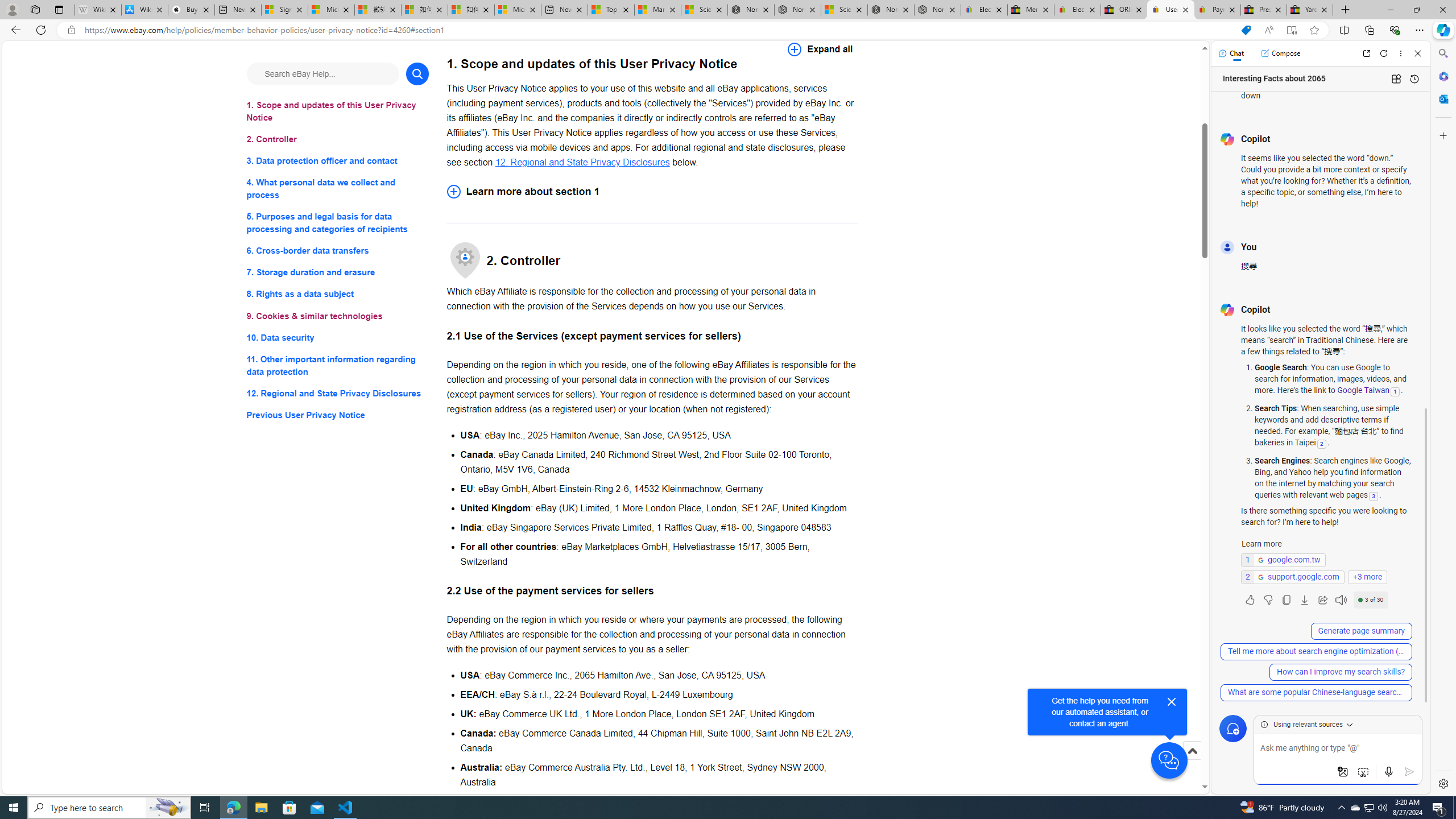 This screenshot has width=1456, height=819. I want to click on '10. Data security', so click(337, 337).